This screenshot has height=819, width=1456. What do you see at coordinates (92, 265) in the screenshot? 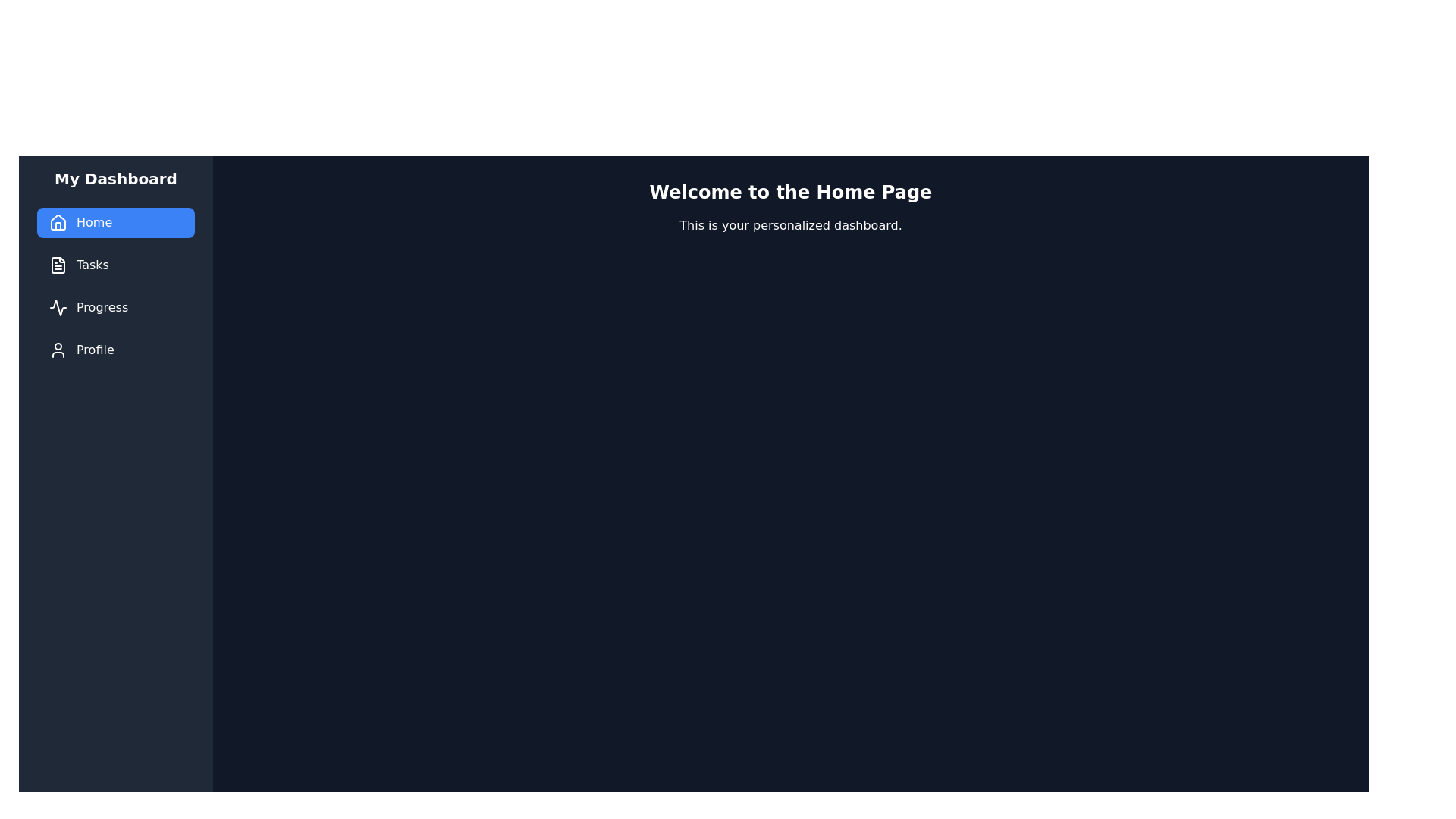
I see `the 'Tasks' text label in the vertical navigation menu, which is styled with a white font color against a dark background and is the second text label below 'Home'` at bounding box center [92, 265].